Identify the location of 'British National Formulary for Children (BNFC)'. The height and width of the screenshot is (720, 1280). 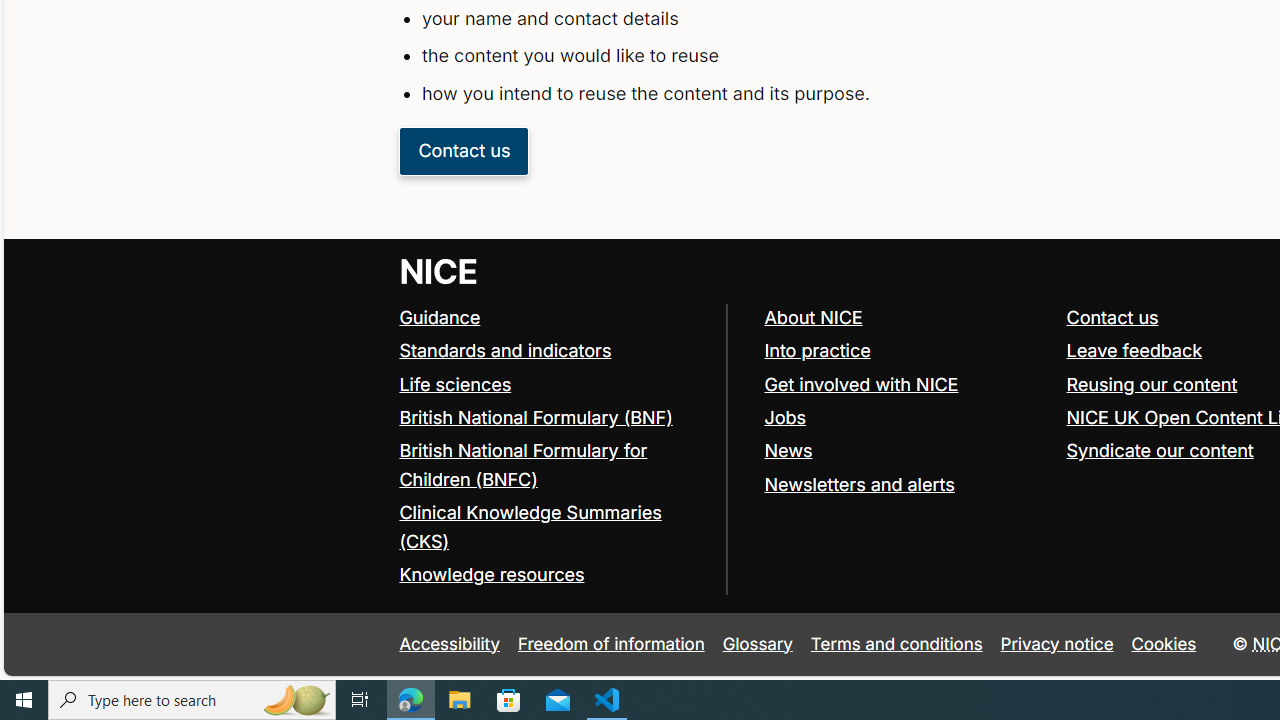
(523, 465).